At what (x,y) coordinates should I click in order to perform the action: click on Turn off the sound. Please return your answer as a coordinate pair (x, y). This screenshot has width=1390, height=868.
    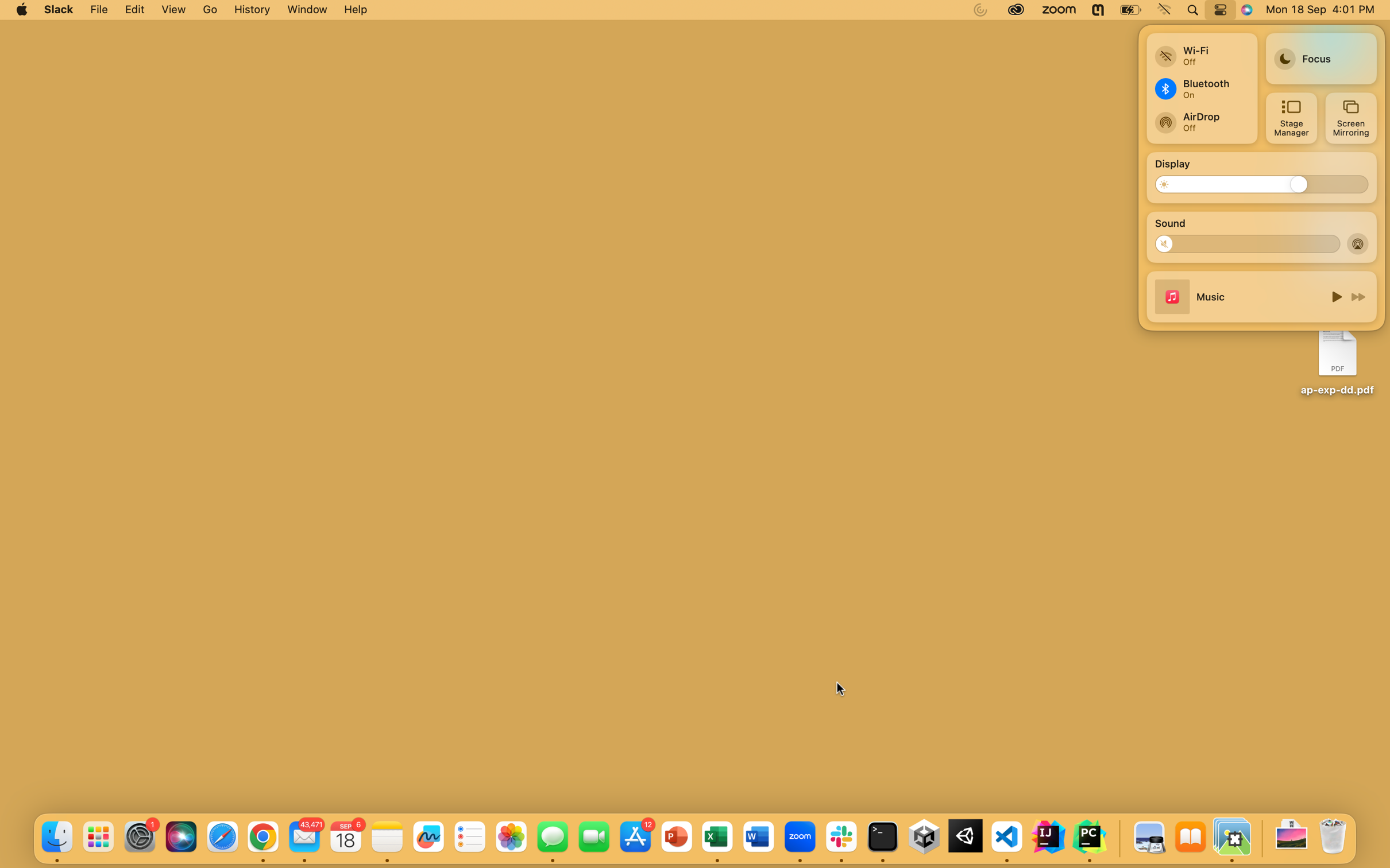
    Looking at the image, I should click on (1169, 243).